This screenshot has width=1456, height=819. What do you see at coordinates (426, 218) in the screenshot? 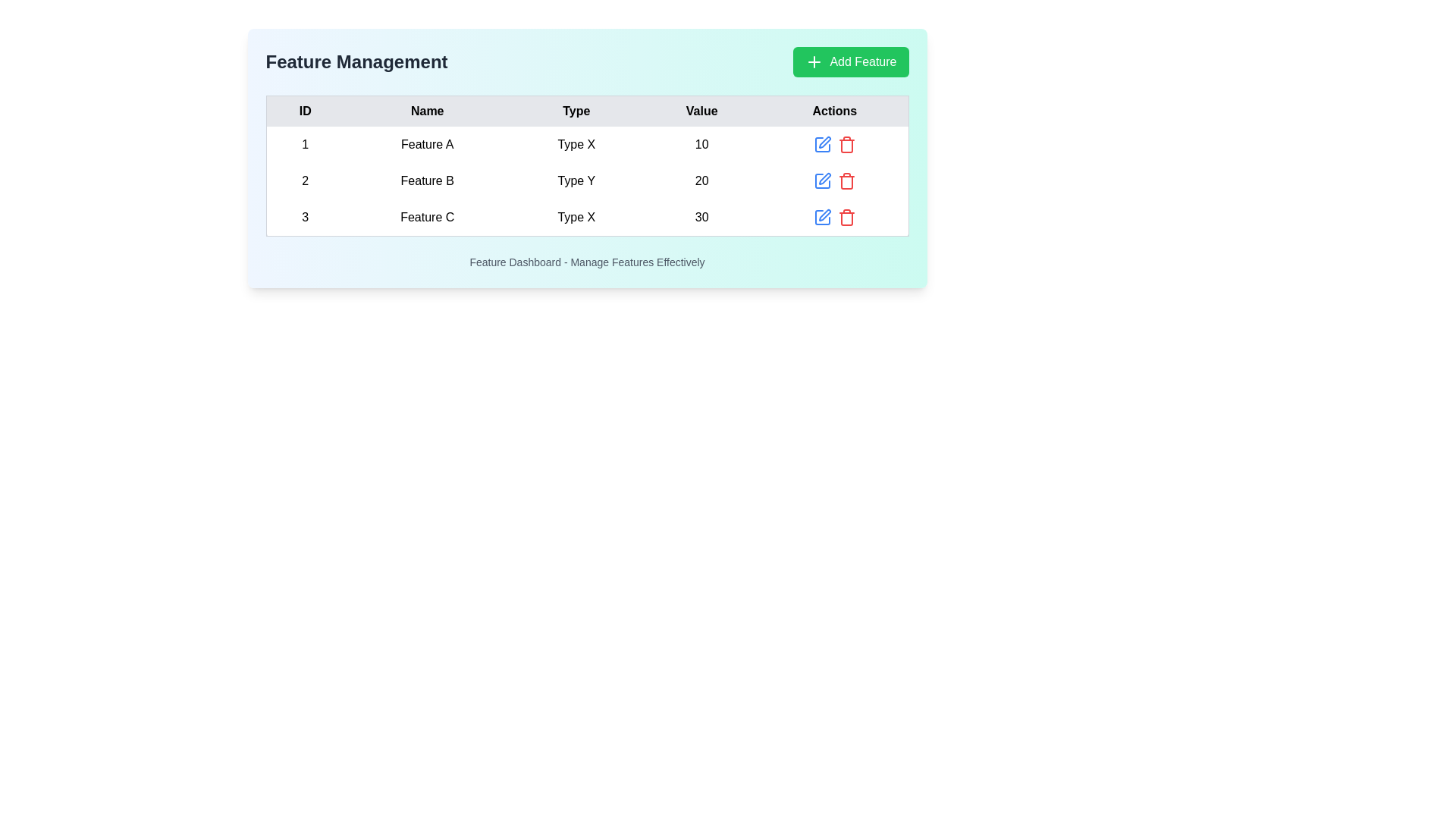
I see `the non-interactive text label displaying 'Feature C' located in the third row, second column of a table` at bounding box center [426, 218].